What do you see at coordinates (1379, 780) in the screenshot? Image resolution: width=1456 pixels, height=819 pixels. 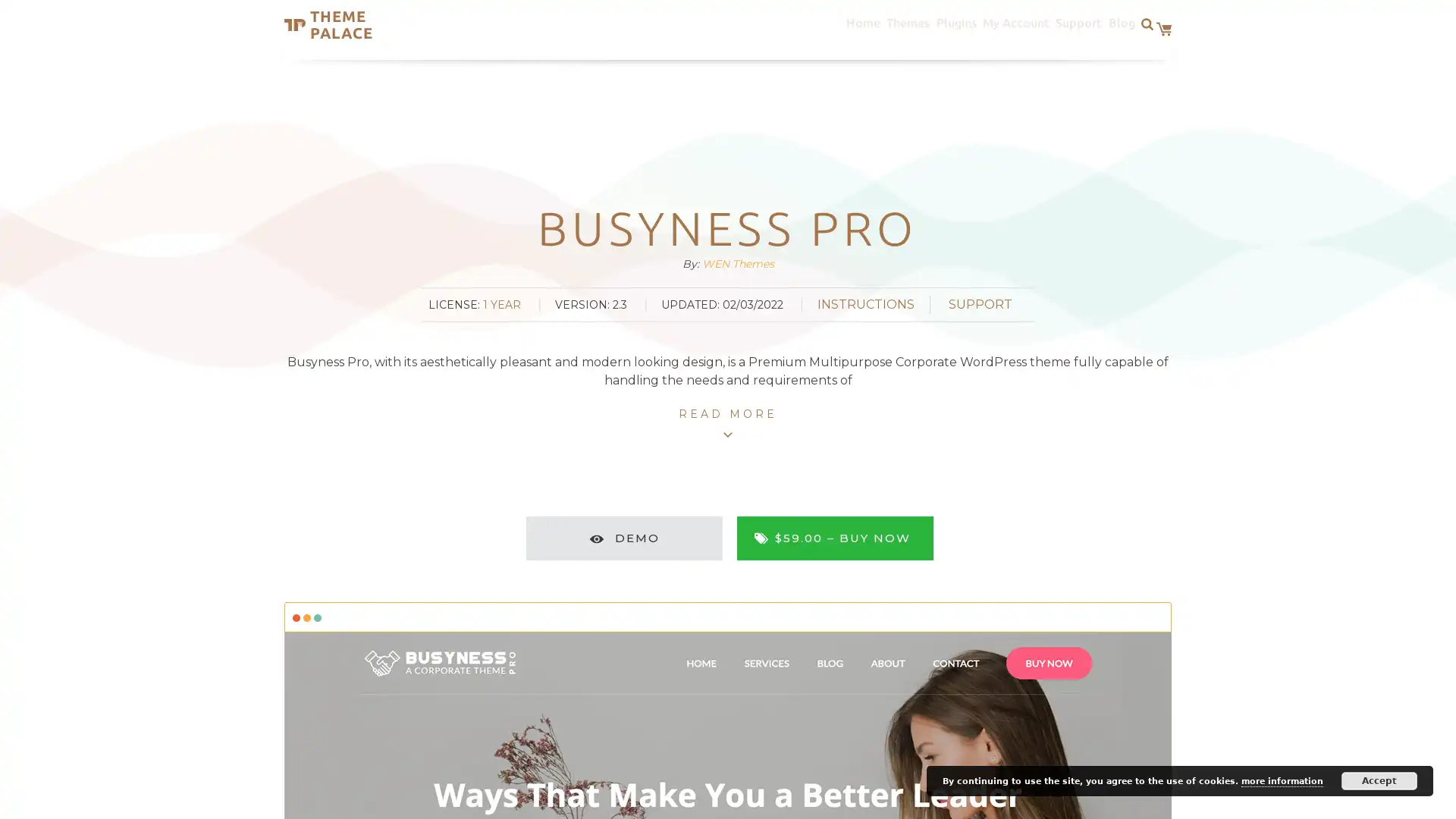 I see `Accept` at bounding box center [1379, 780].